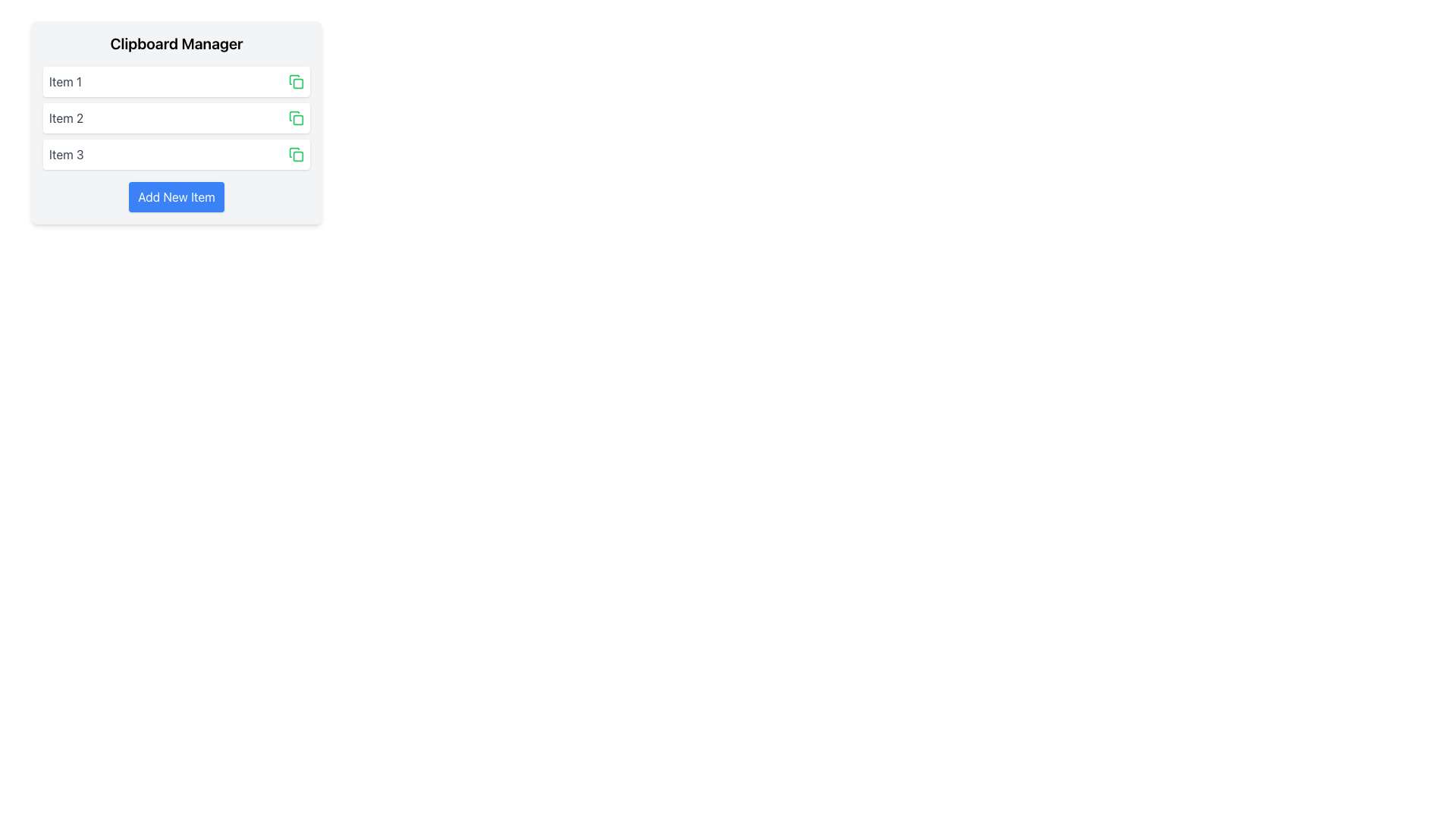 Image resolution: width=1456 pixels, height=819 pixels. What do you see at coordinates (298, 83) in the screenshot?
I see `the small rectangle with rounded corners, part of the document-like icon located to the right side of the first item entry in a vertical list` at bounding box center [298, 83].